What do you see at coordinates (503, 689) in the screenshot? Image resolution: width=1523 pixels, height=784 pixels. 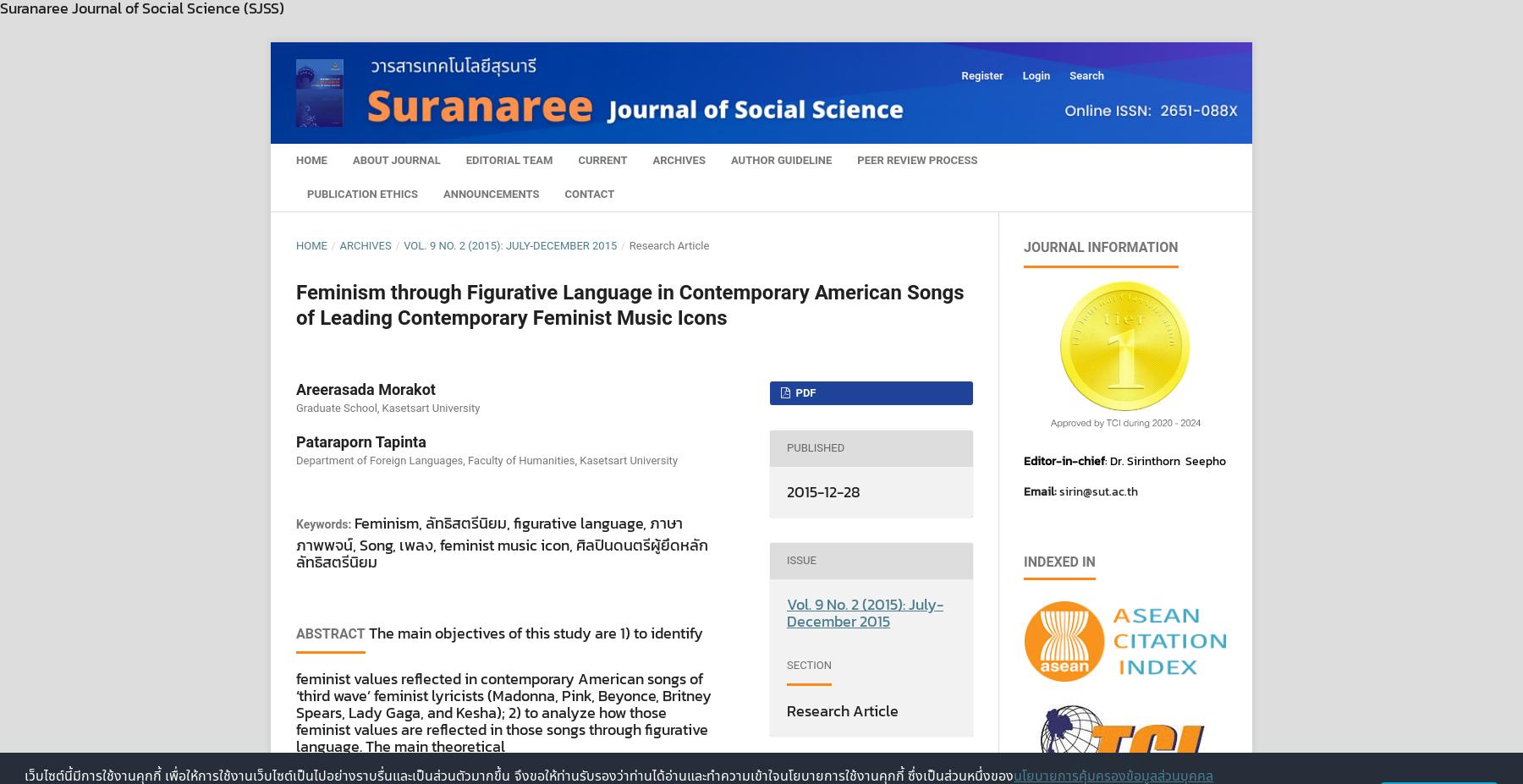 I see `'The main objectives of this study are 1) to identify feminist values reflected in contemporary American songs of ‘third wave’ feminist lyricists (Madonna, Pink, Beyonce, Britney Spears, Lady Gaga, and Kesha); 2) to analyze how those feminist values are reflected in those songs through figurative language. The main theoretical'` at bounding box center [503, 689].